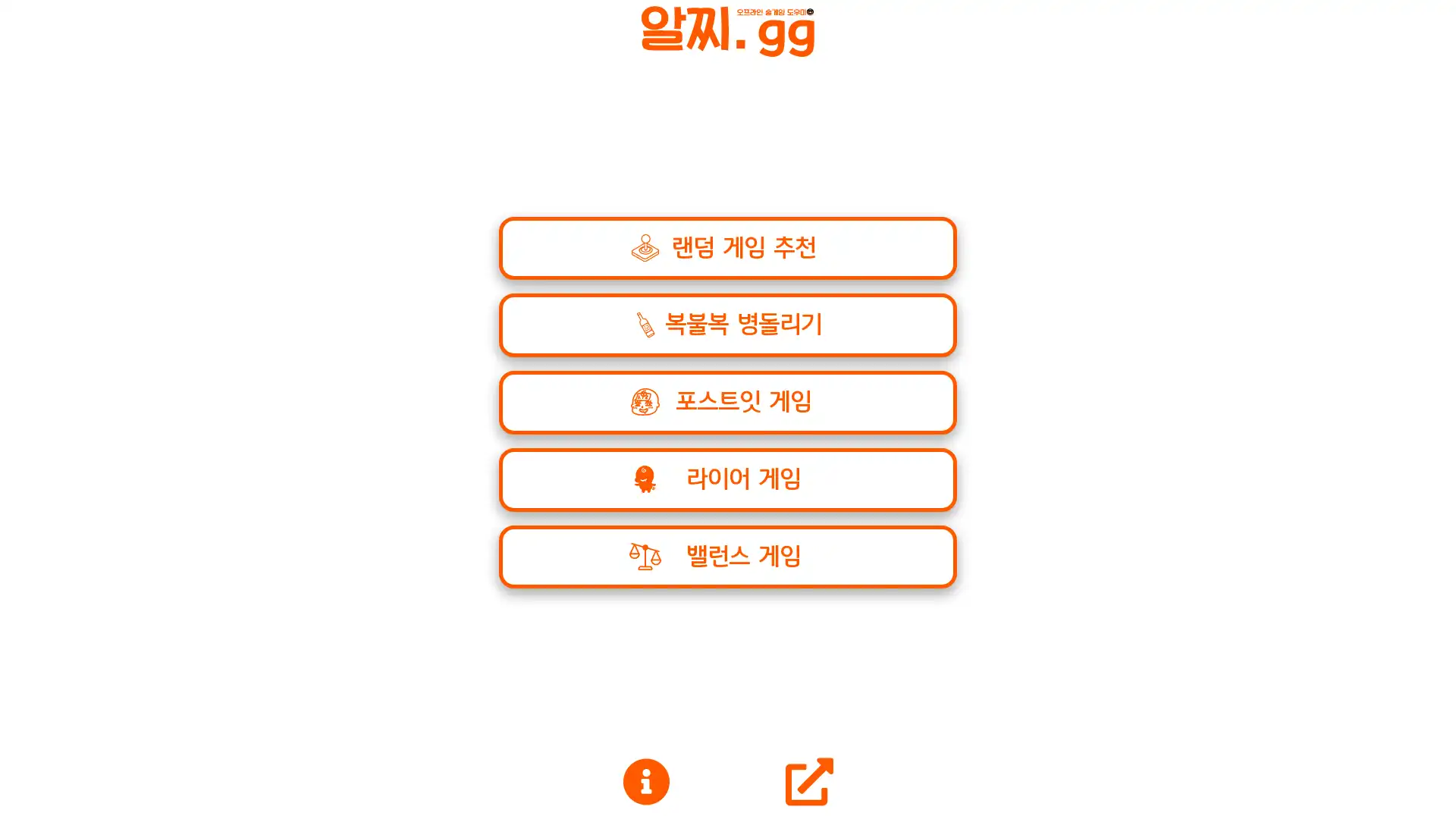 The image size is (1456, 819). Describe the element at coordinates (726, 247) in the screenshot. I see `bottle` at that location.